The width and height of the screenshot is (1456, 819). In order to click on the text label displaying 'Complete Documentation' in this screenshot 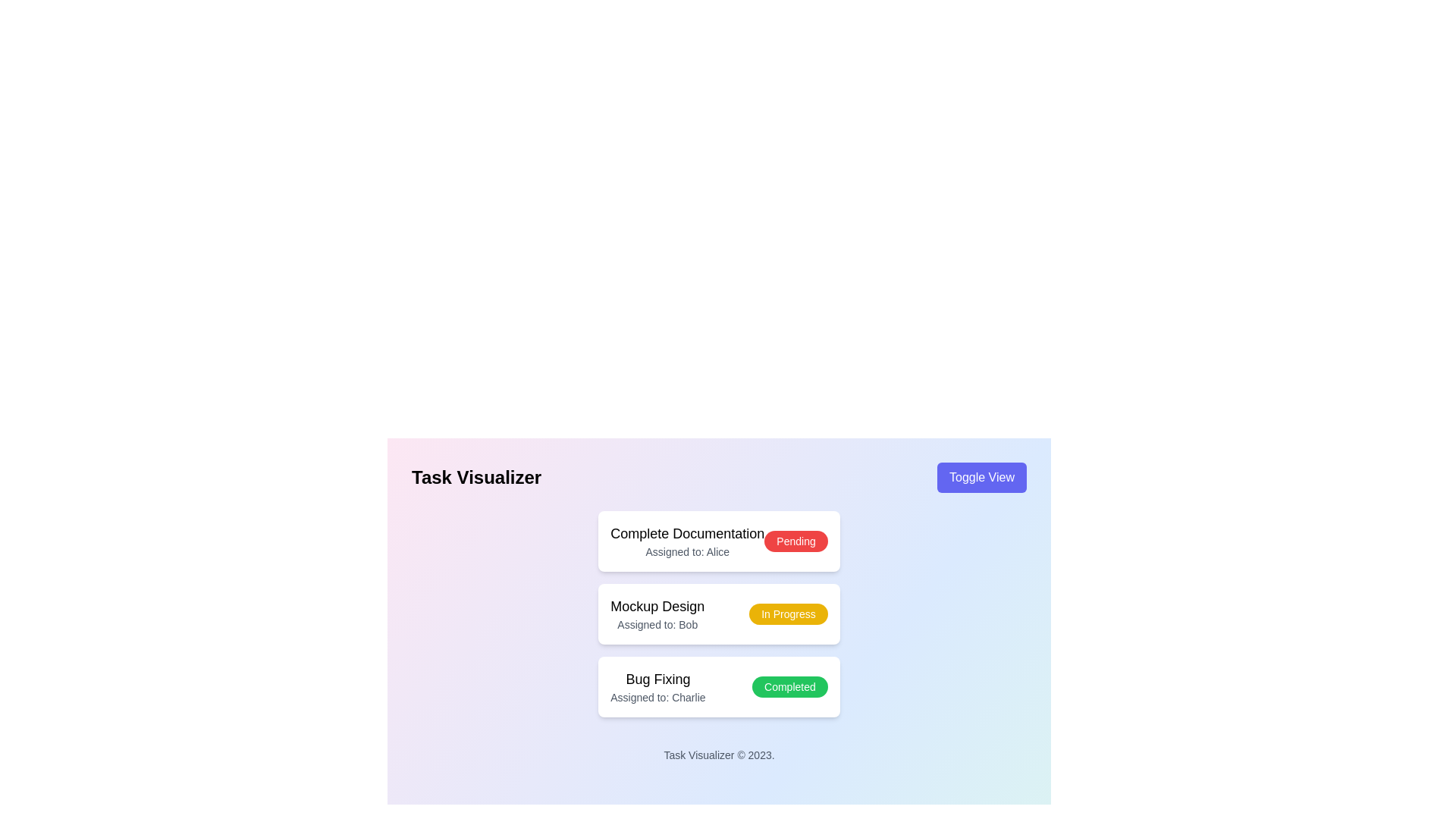, I will do `click(686, 533)`.